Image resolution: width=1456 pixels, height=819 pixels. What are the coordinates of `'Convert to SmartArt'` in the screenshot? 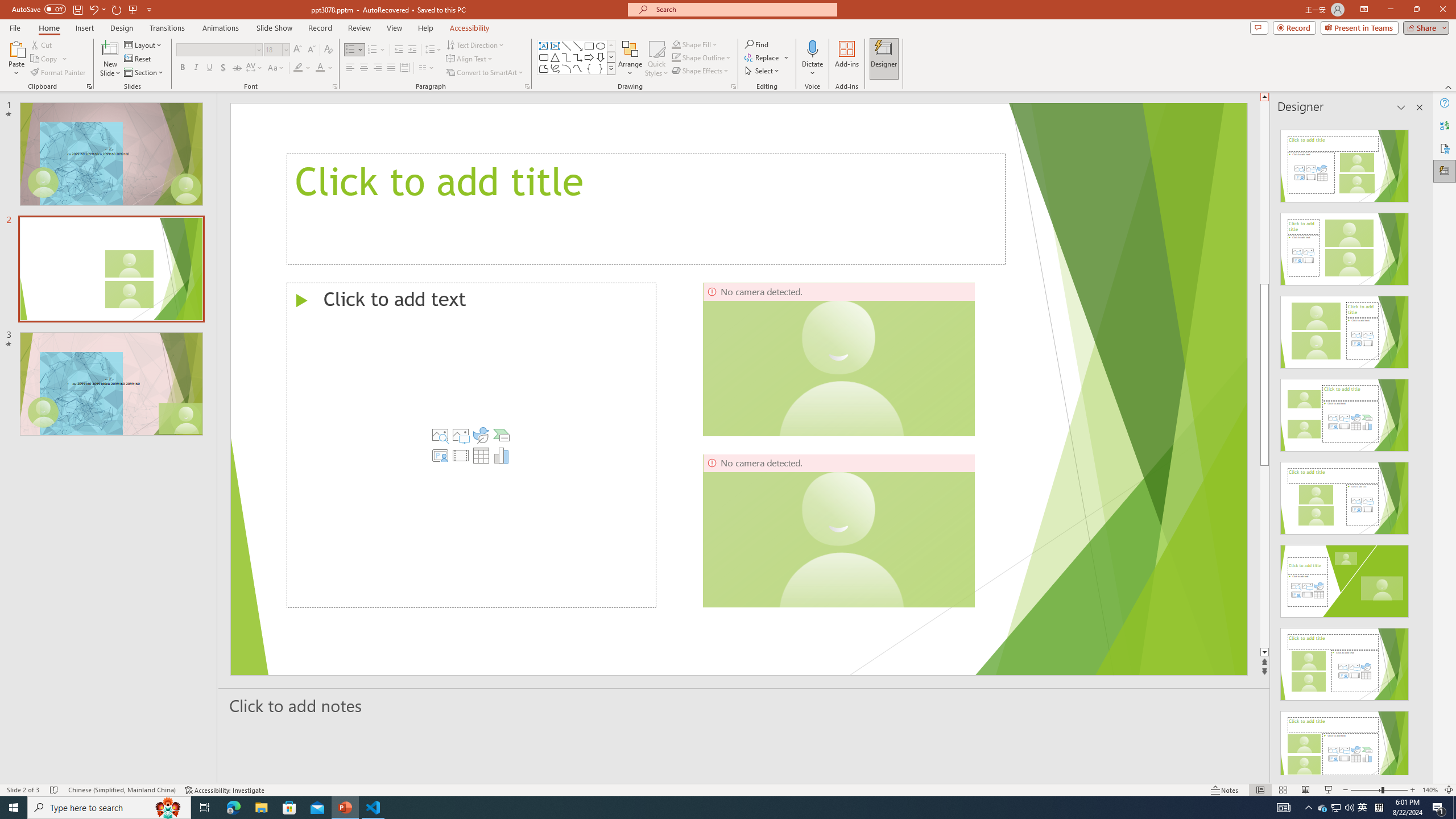 It's located at (485, 72).